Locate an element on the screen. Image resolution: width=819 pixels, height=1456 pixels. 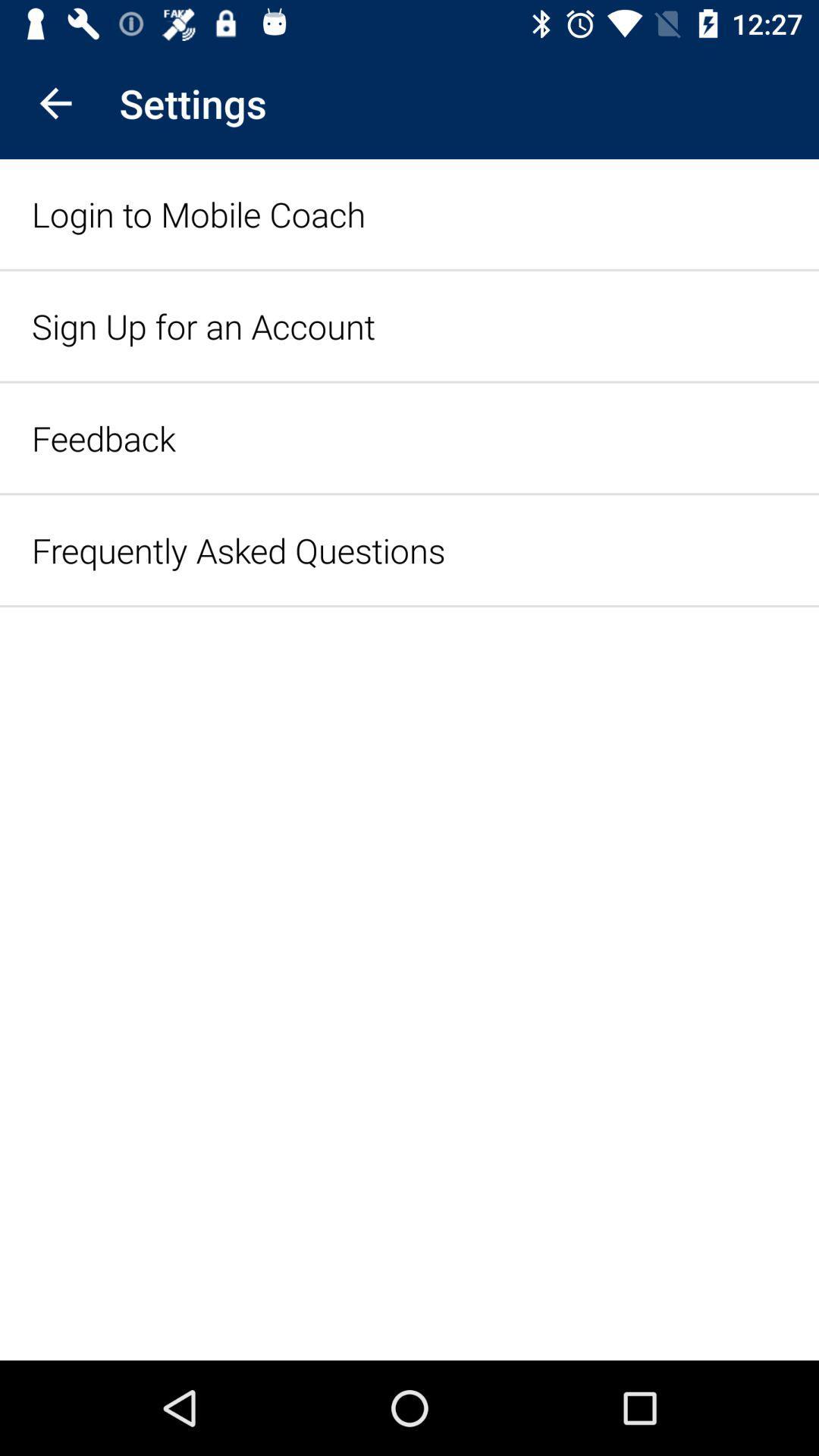
icon below the login to mobile item is located at coordinates (202, 325).